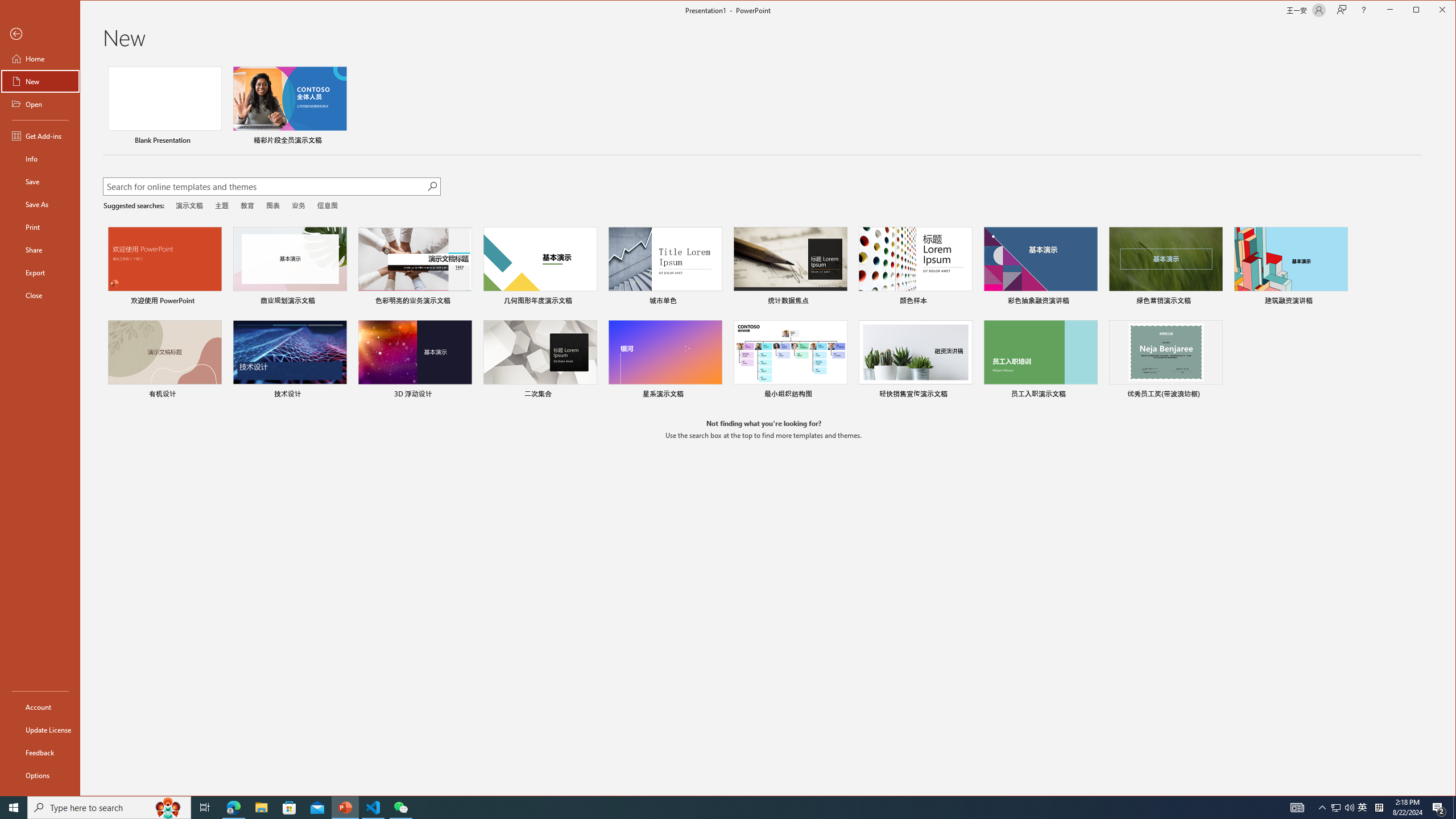 The image size is (1456, 819). I want to click on 'Get Add-ins', so click(39, 135).